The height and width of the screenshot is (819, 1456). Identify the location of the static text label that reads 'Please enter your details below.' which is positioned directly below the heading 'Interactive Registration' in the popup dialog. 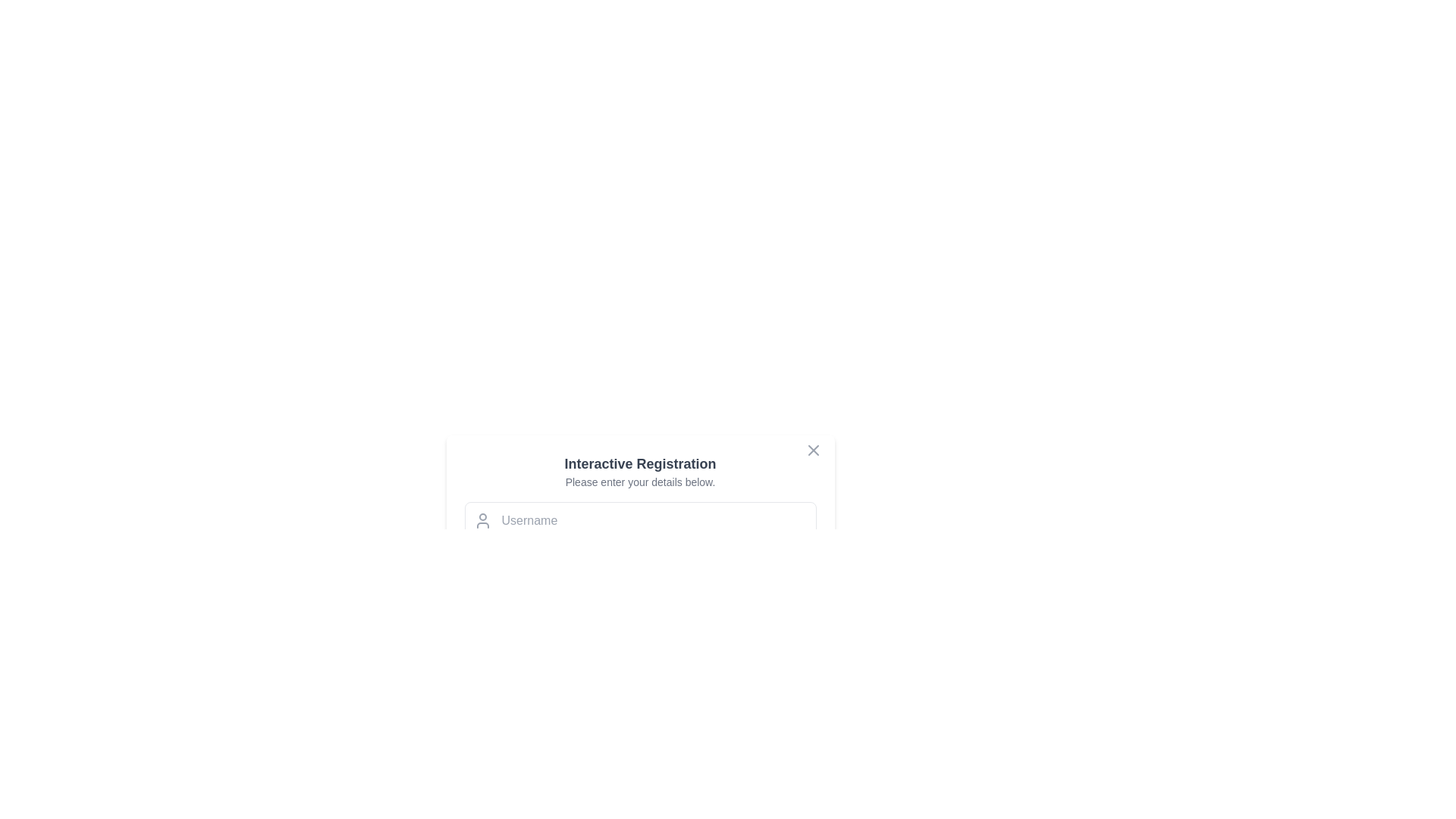
(640, 482).